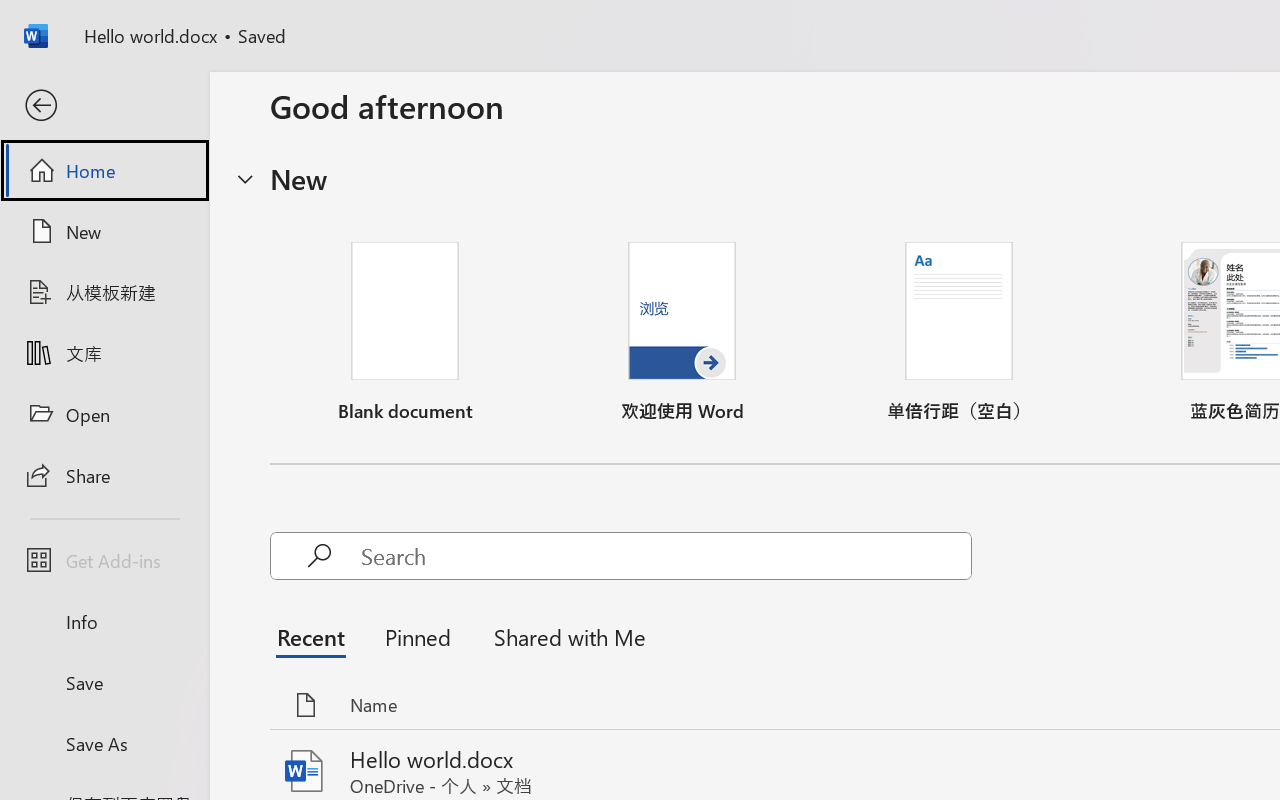 Image resolution: width=1280 pixels, height=800 pixels. Describe the element at coordinates (404, 331) in the screenshot. I see `'Blank document'` at that location.